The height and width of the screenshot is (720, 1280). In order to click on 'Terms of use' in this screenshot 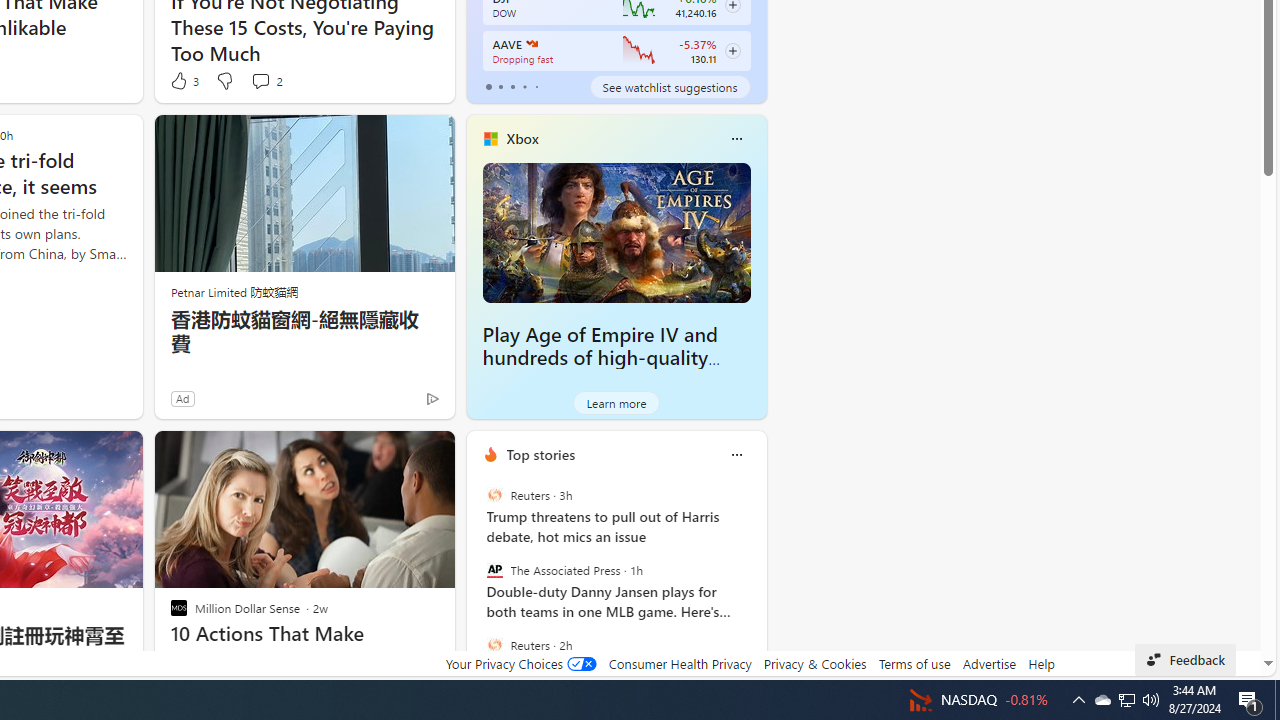, I will do `click(913, 663)`.